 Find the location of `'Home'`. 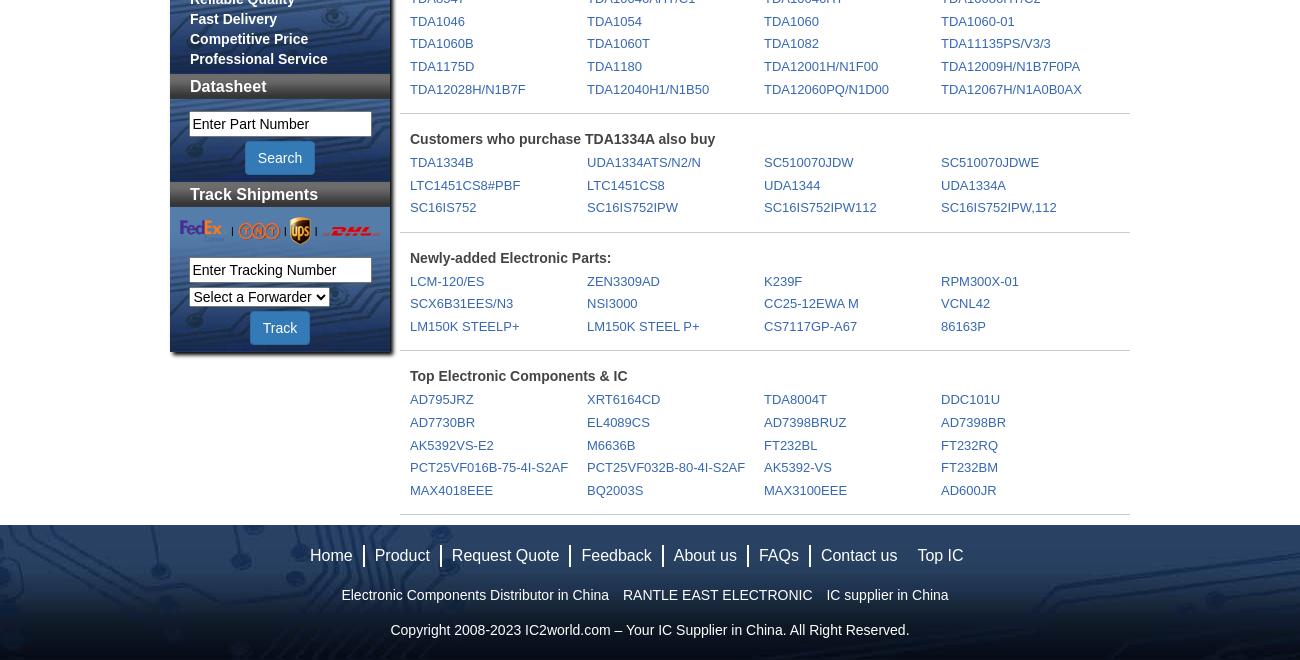

'Home' is located at coordinates (329, 555).